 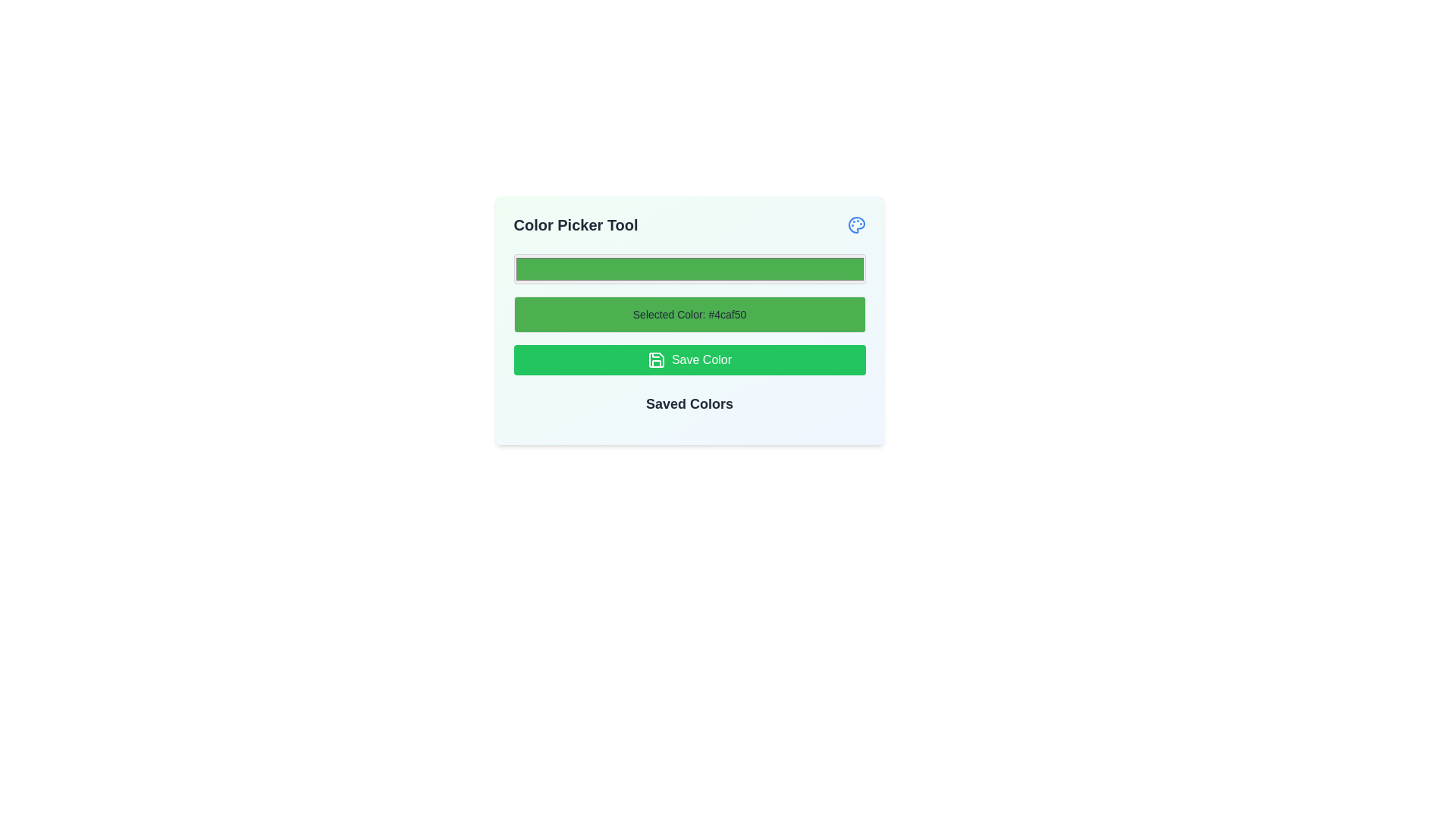 What do you see at coordinates (689, 359) in the screenshot?
I see `the 'Save Color' button, which is a green button with rounded corners and white text, located below the 'Selected Color' display and above the 'Saved Colors' section in the 'Color Picker Tool'` at bounding box center [689, 359].